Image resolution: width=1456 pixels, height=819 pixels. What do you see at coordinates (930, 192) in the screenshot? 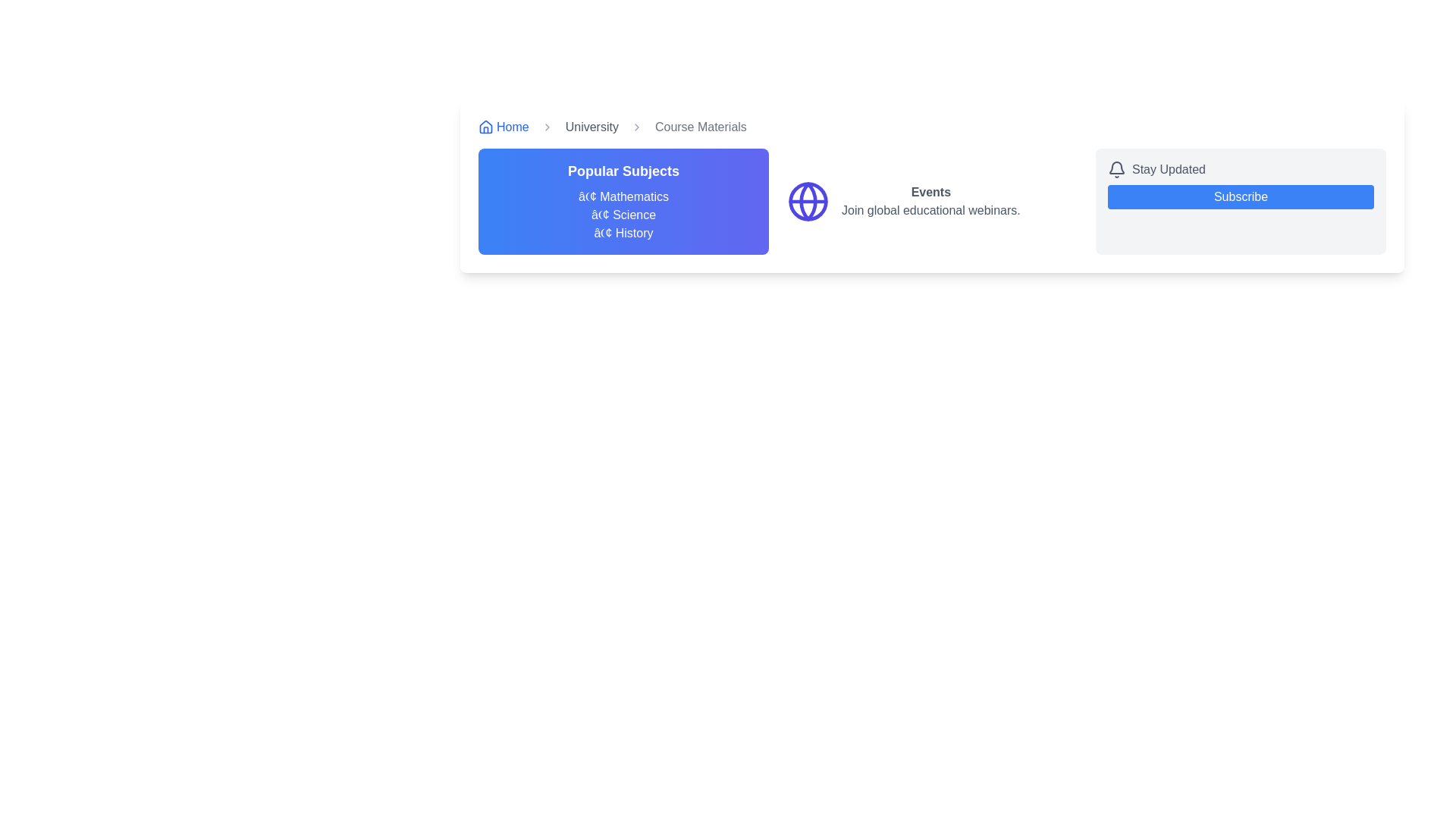
I see `the Text label that serves as a title or header for events and webinars, located directly above the text 'Join global educational webinars.' and to the right of a globe icon` at bounding box center [930, 192].